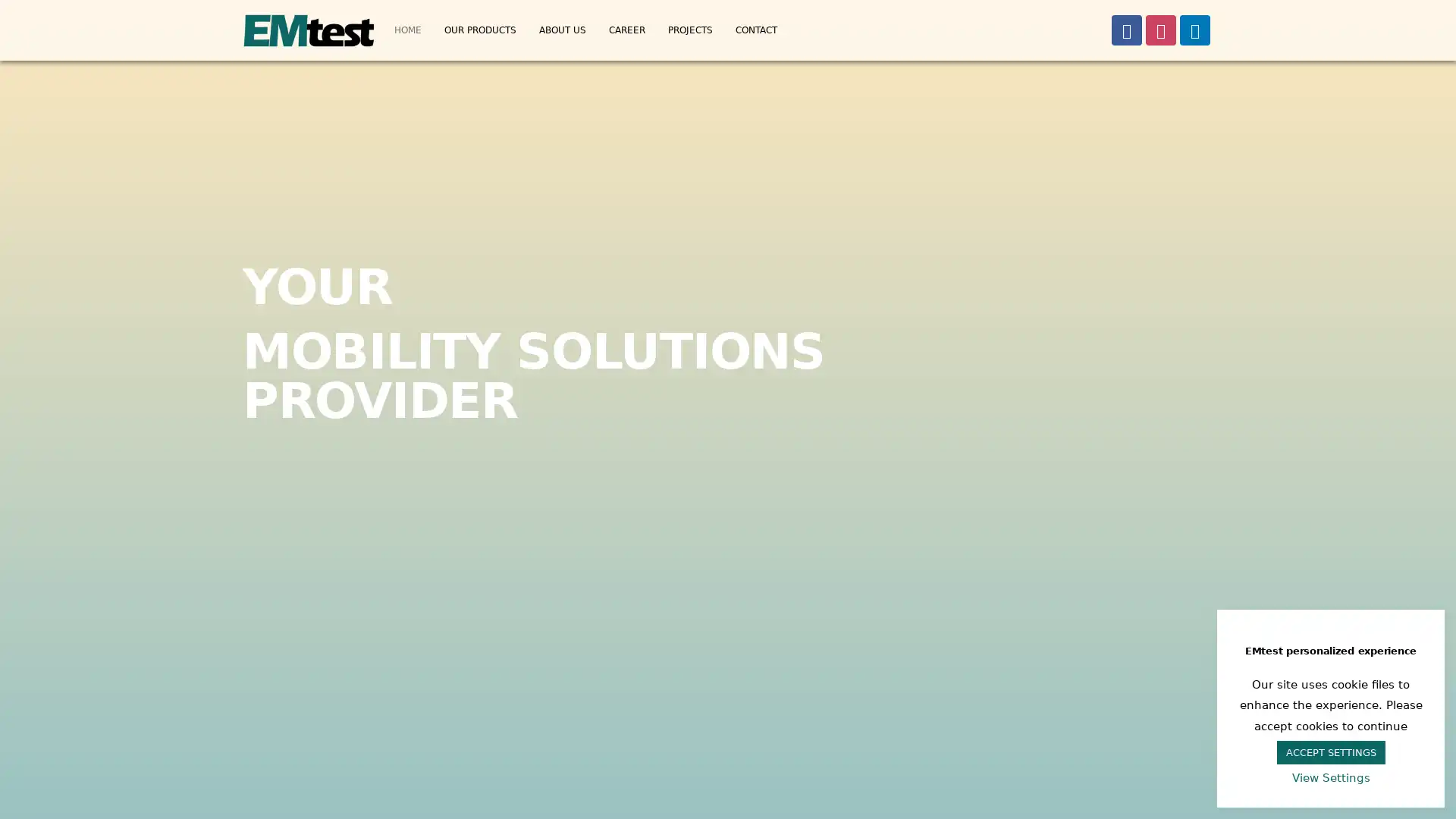 The width and height of the screenshot is (1456, 819). I want to click on ACCEPT SETTINGS, so click(1329, 752).